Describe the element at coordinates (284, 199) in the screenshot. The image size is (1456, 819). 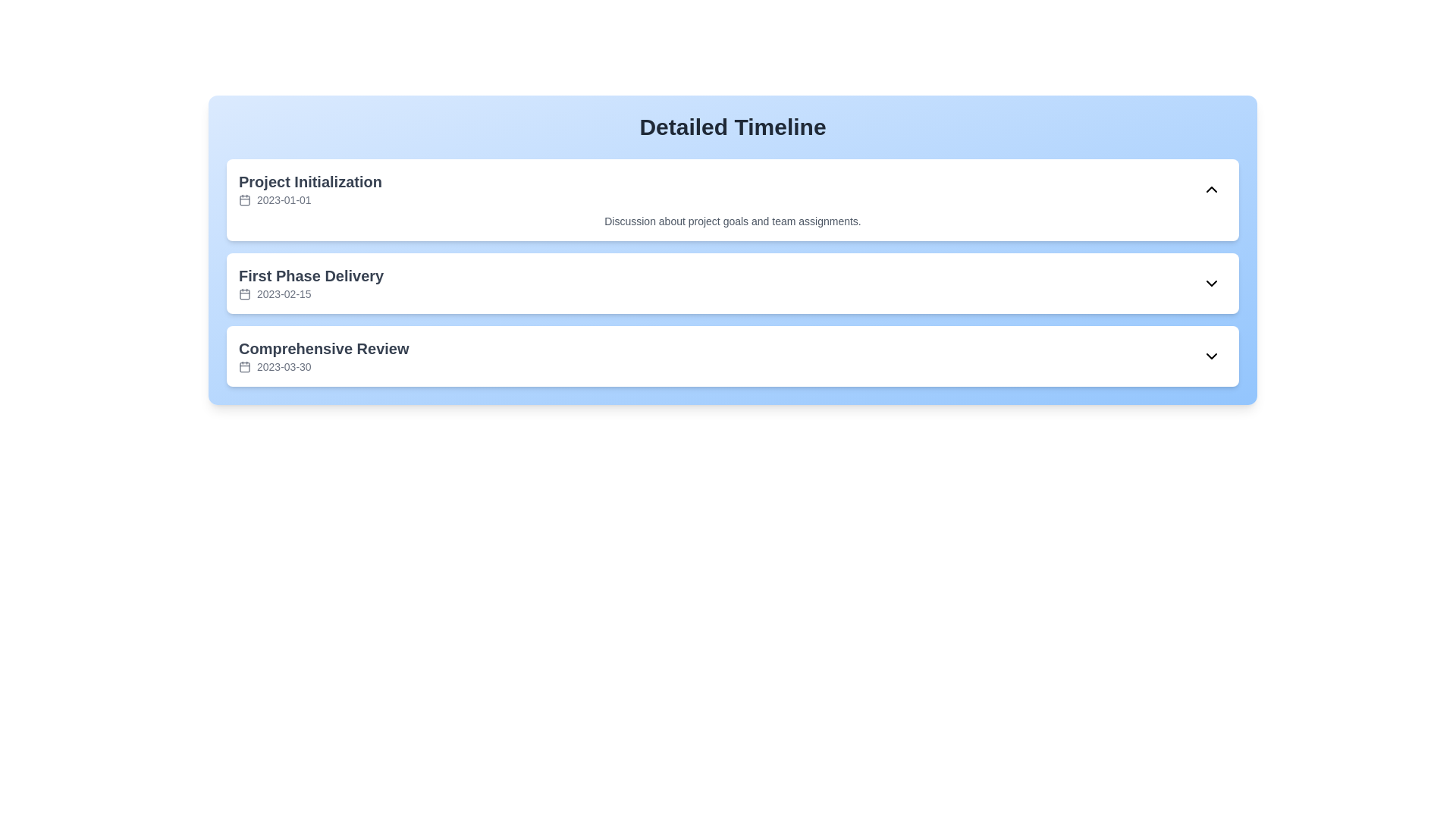
I see `the text label indicating the date related to the 'Project Initialization' milestone, located to the right of the calendar icon` at that location.